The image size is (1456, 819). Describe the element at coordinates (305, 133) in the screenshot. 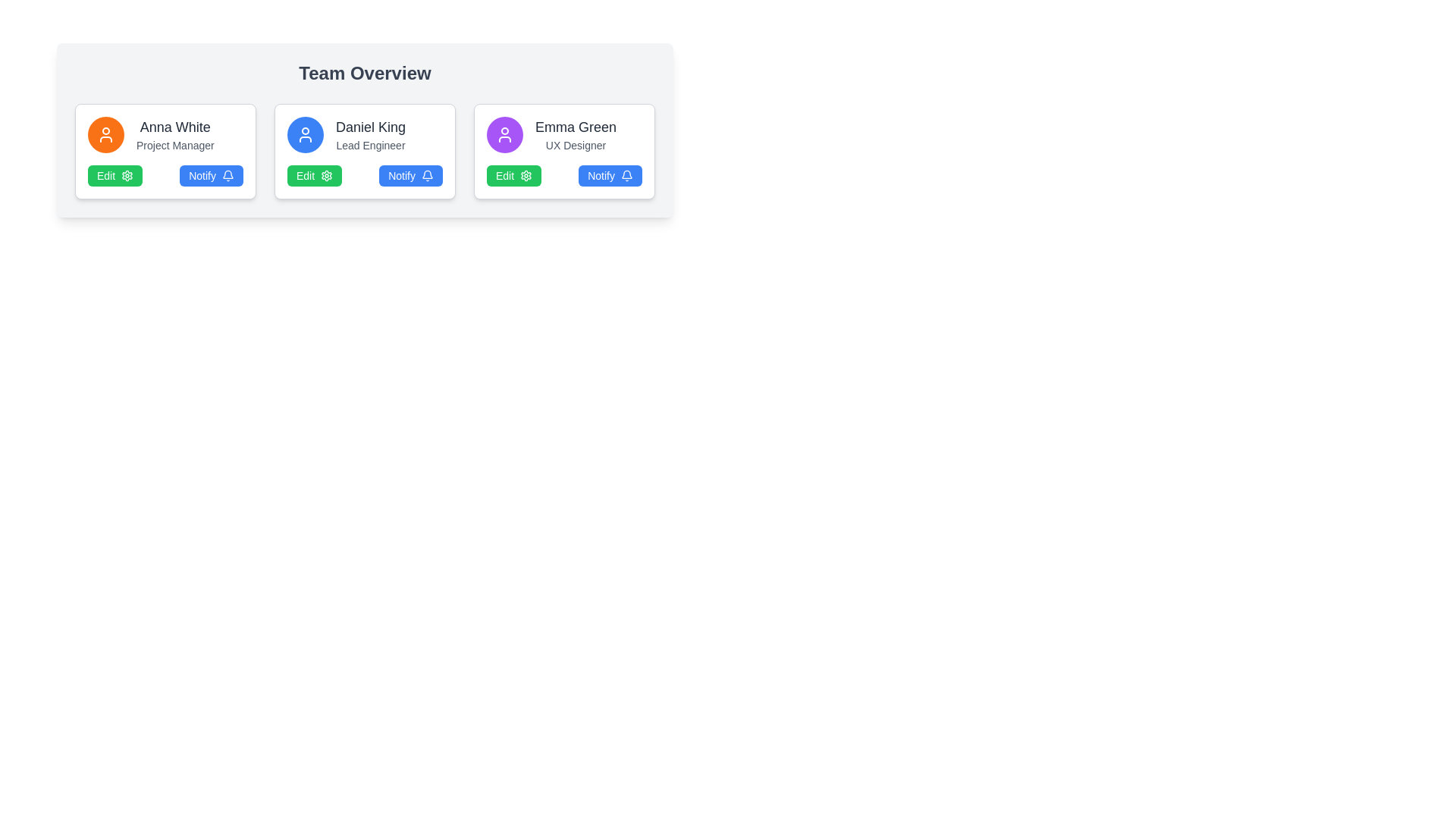

I see `the profile icon for Daniel King, Lead Engineer, located at the top center of the second user card in the Team Overview section` at that location.